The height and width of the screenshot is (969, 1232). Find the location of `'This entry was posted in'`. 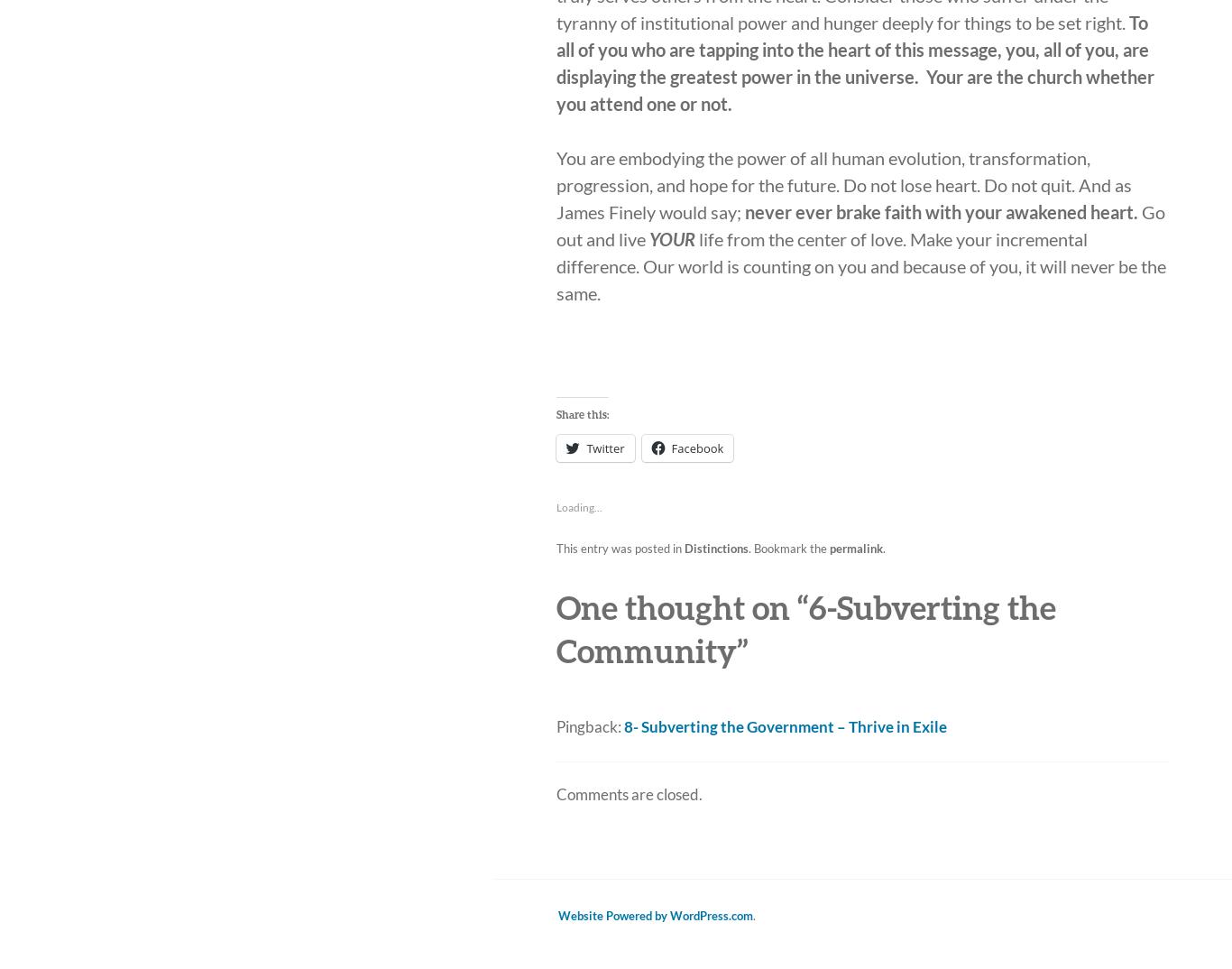

'This entry was posted in' is located at coordinates (556, 548).